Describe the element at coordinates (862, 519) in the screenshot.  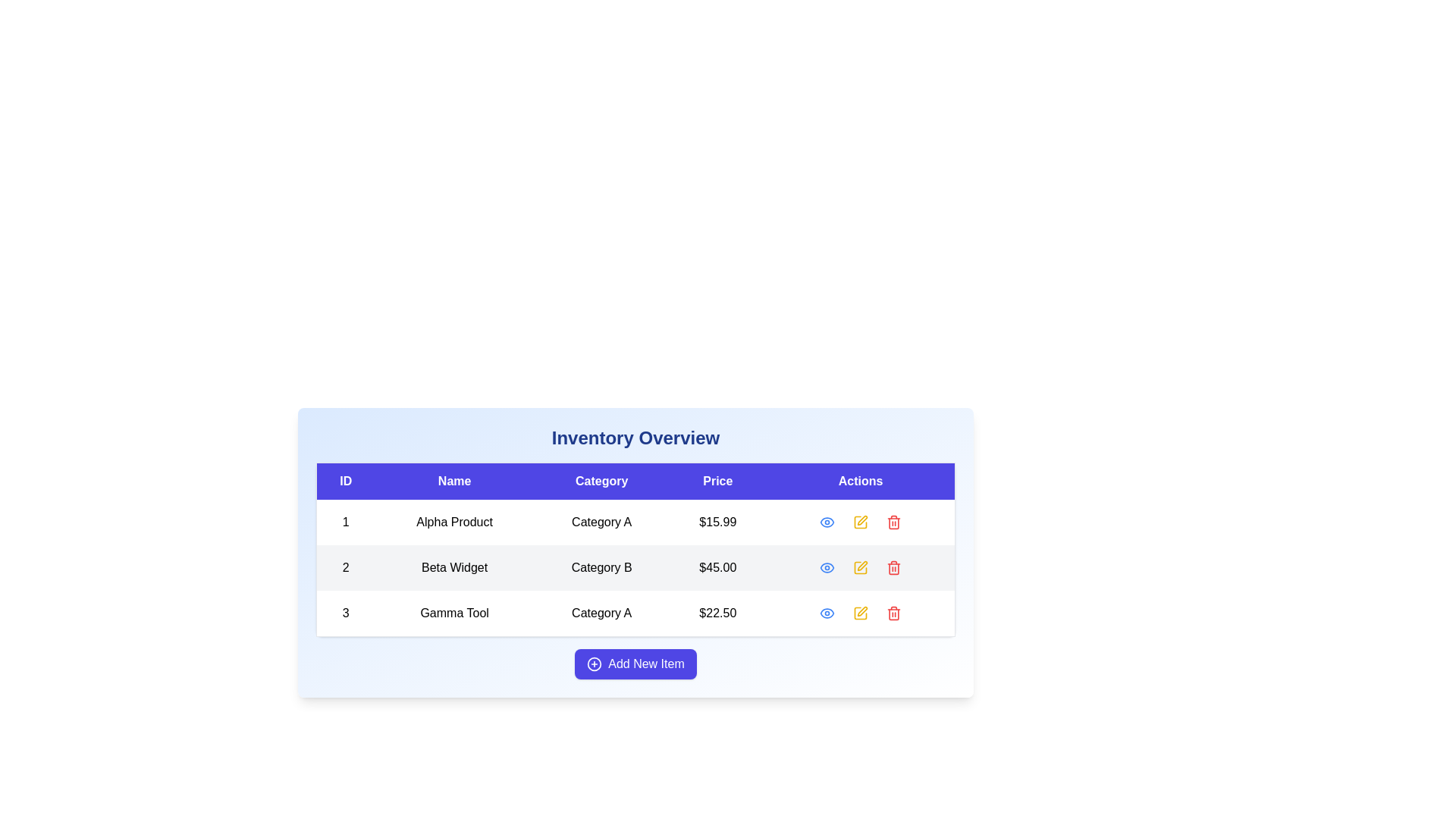
I see `the edit icon button located in the 'Actions' column of the table, specifically in the second row for the product 'Beta Widget'` at that location.